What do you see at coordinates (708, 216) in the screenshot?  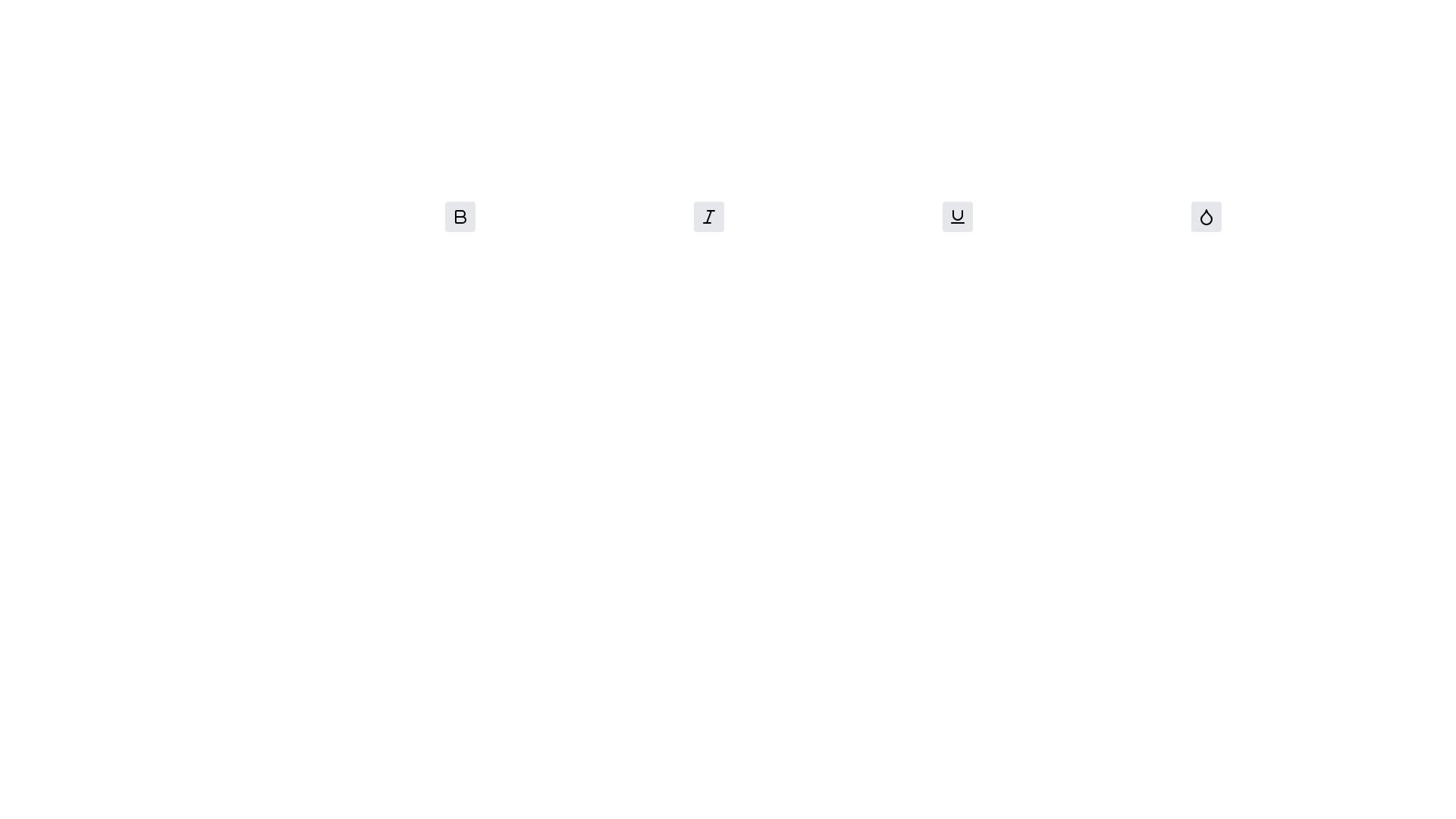 I see `the italic button, the second button in a sequence of four` at bounding box center [708, 216].